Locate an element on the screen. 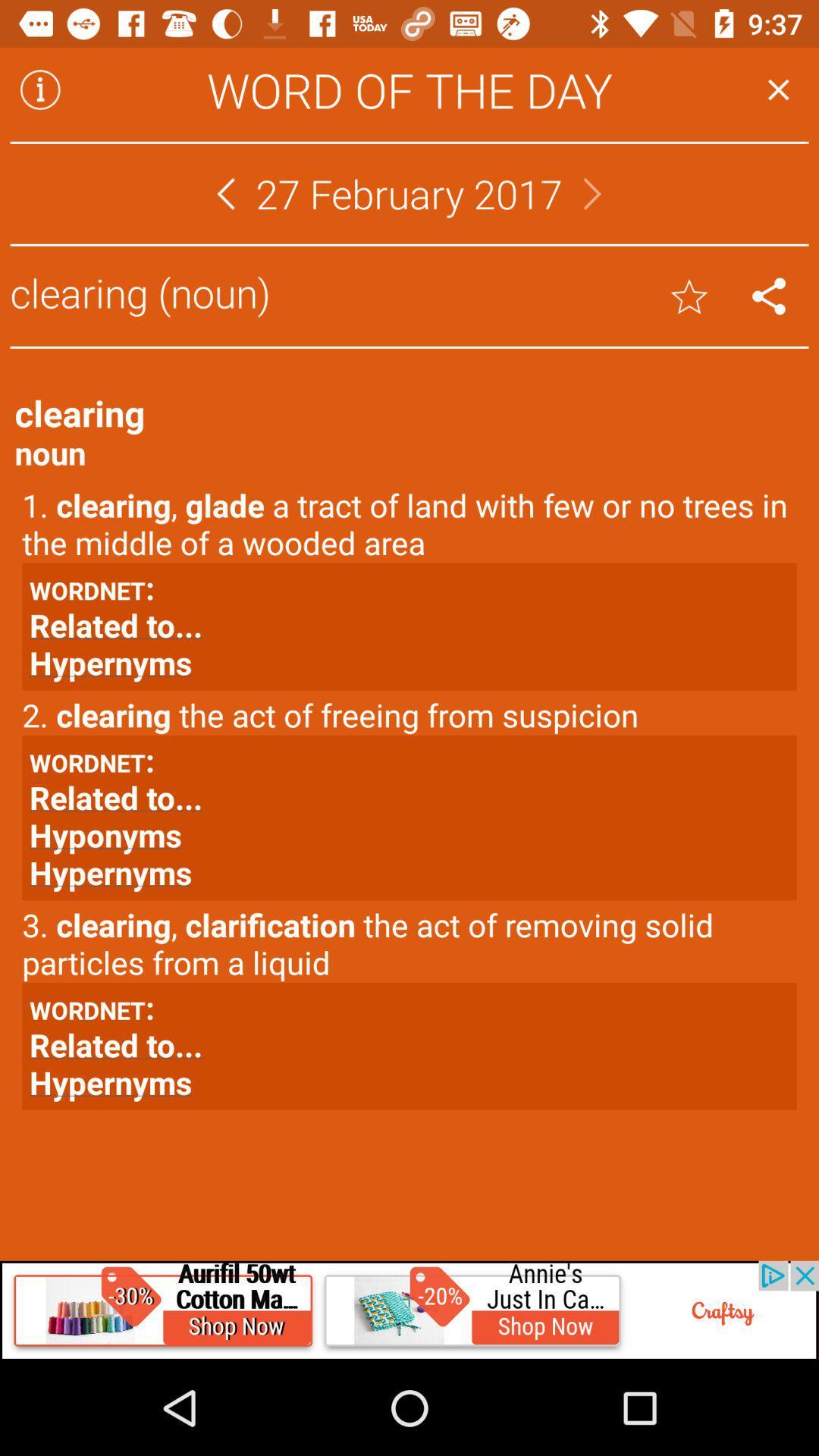 Image resolution: width=819 pixels, height=1456 pixels. the page is located at coordinates (778, 89).